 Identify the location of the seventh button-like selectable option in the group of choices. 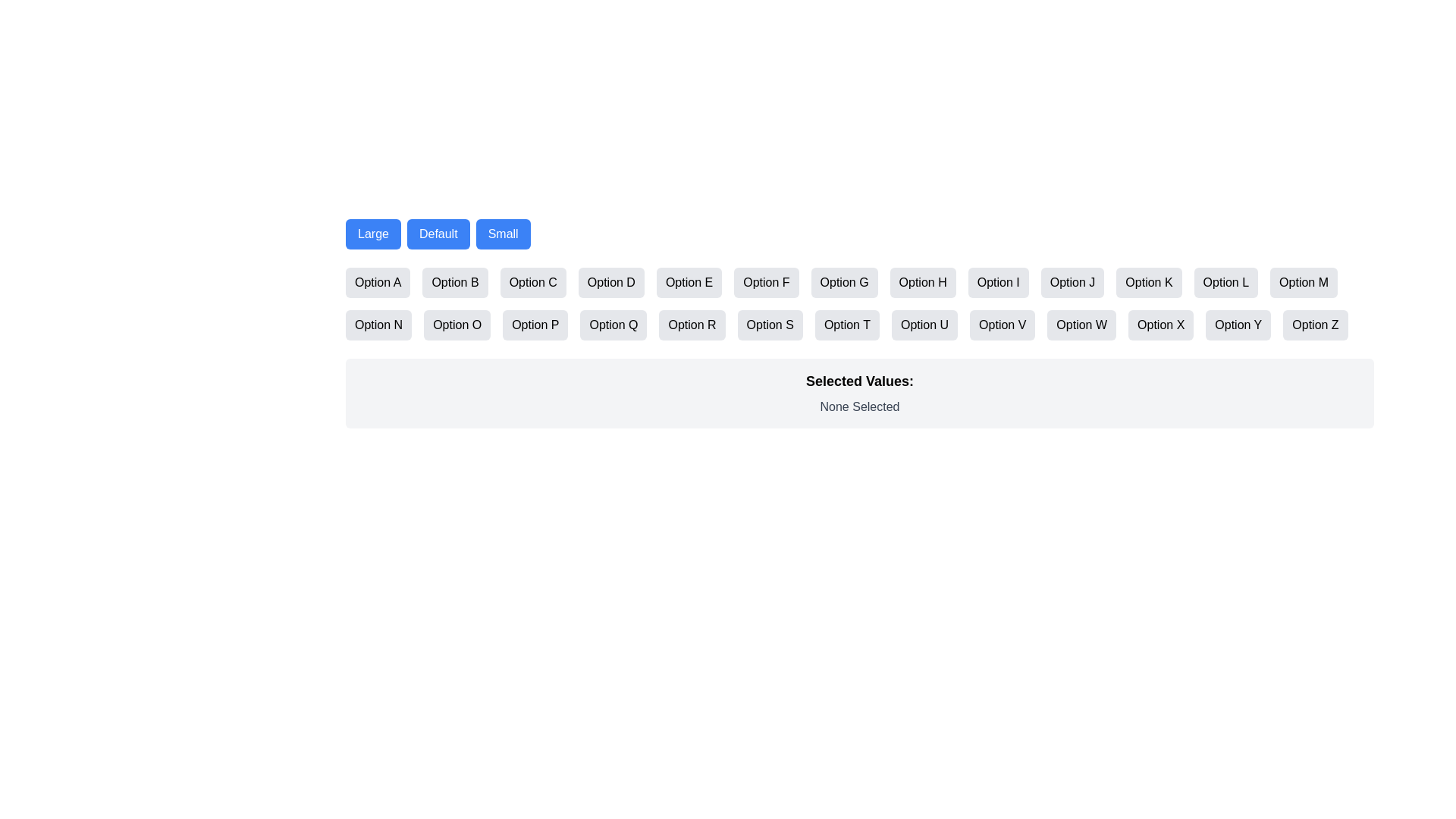
(843, 283).